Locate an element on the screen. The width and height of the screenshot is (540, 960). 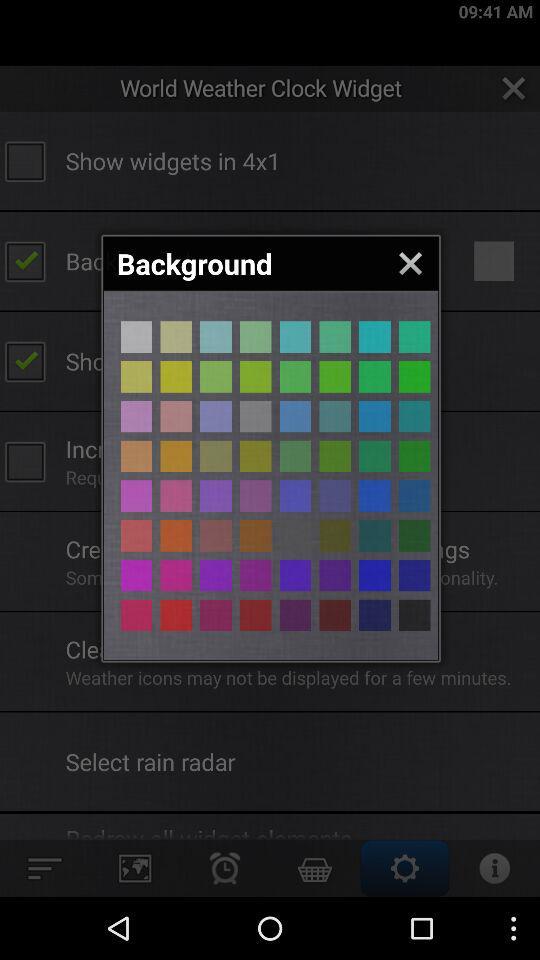
choose that color is located at coordinates (135, 614).